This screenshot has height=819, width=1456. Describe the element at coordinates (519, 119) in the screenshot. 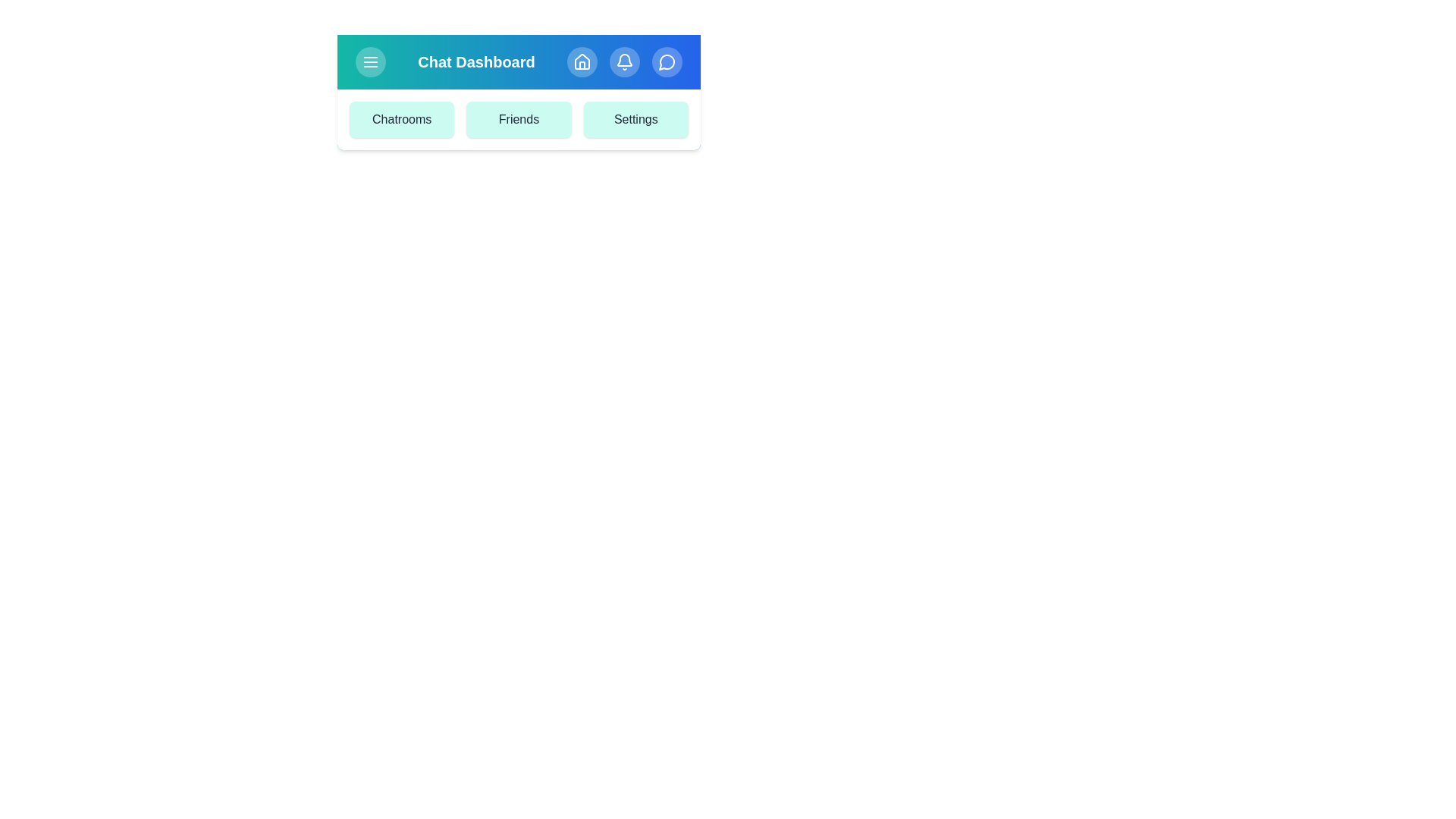

I see `the menu item Friends` at that location.